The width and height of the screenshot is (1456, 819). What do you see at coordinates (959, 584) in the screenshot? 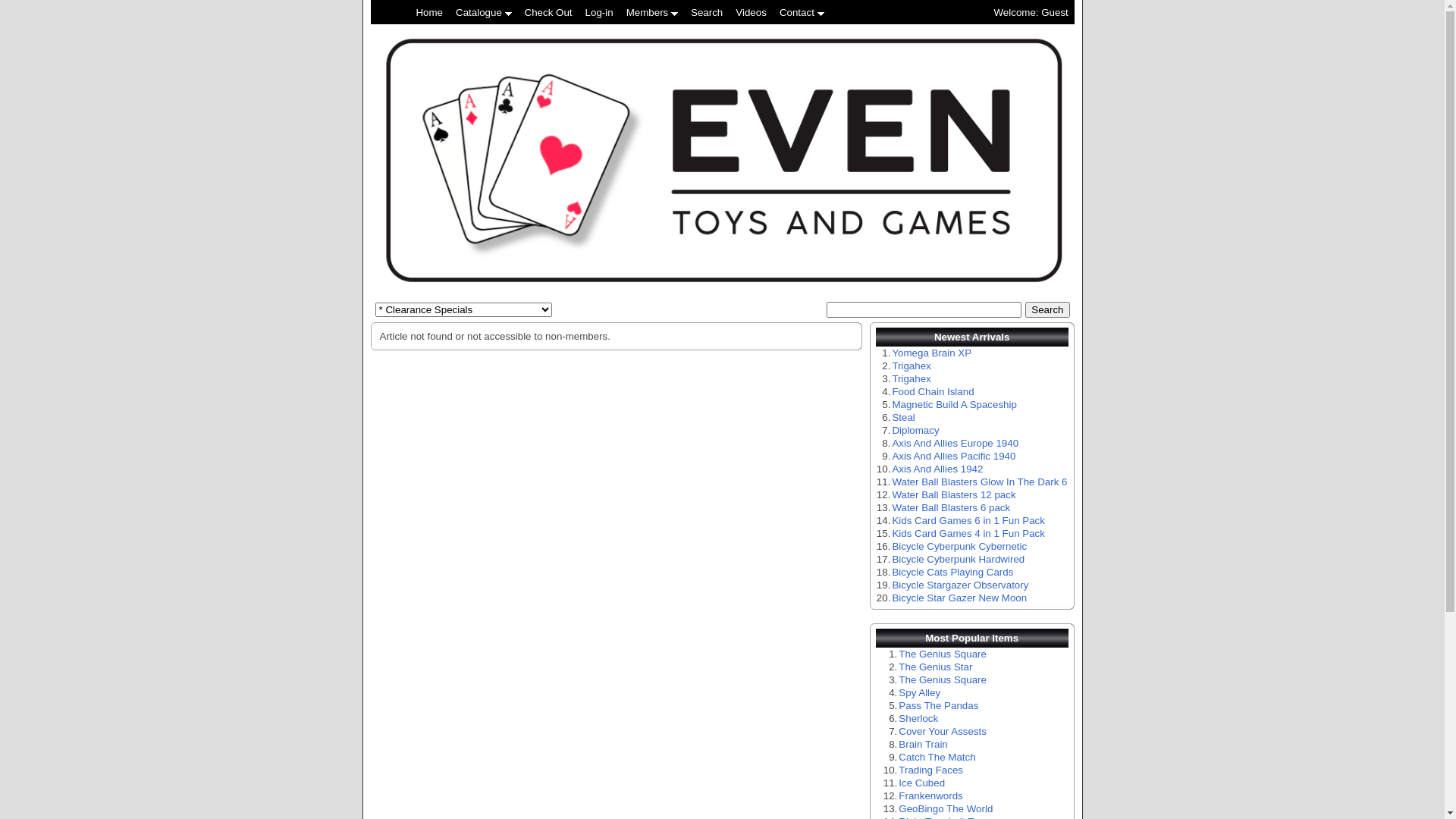
I see `'Bicycle Stargazer Observatory'` at bounding box center [959, 584].